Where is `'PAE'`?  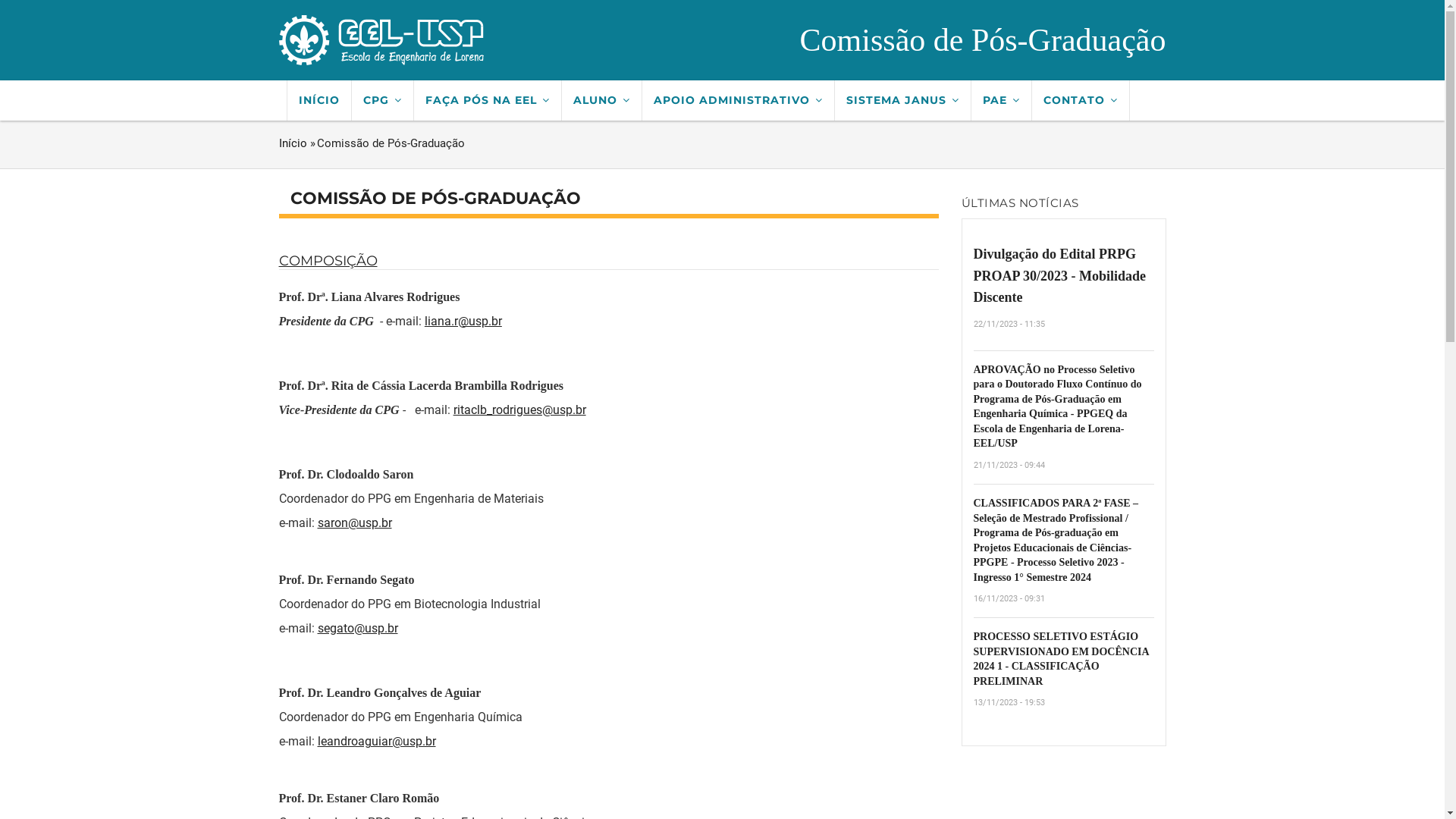
'PAE' is located at coordinates (1001, 100).